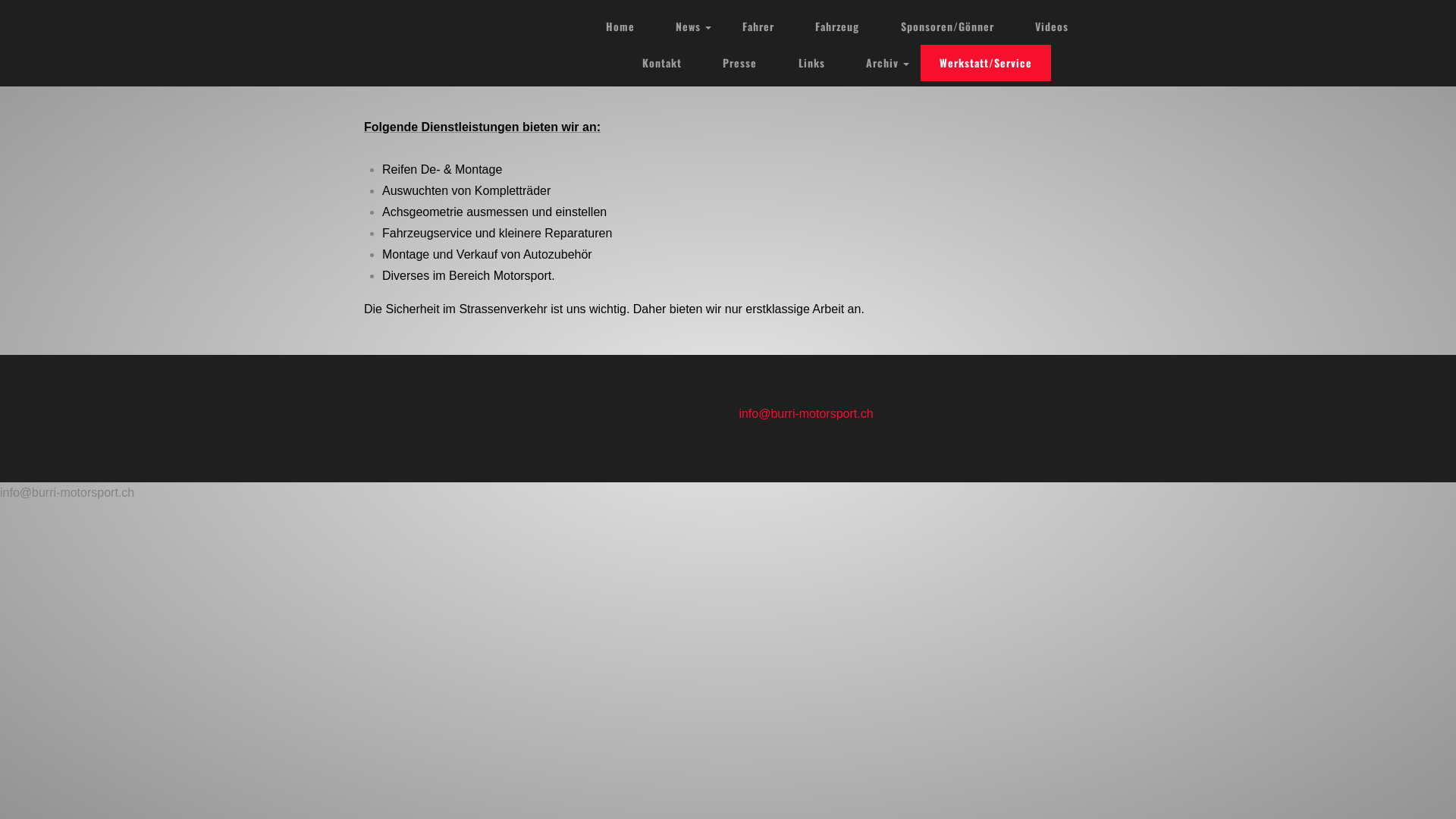 This screenshot has width=1456, height=819. Describe the element at coordinates (920, 62) in the screenshot. I see `'Werkstatt/Service'` at that location.